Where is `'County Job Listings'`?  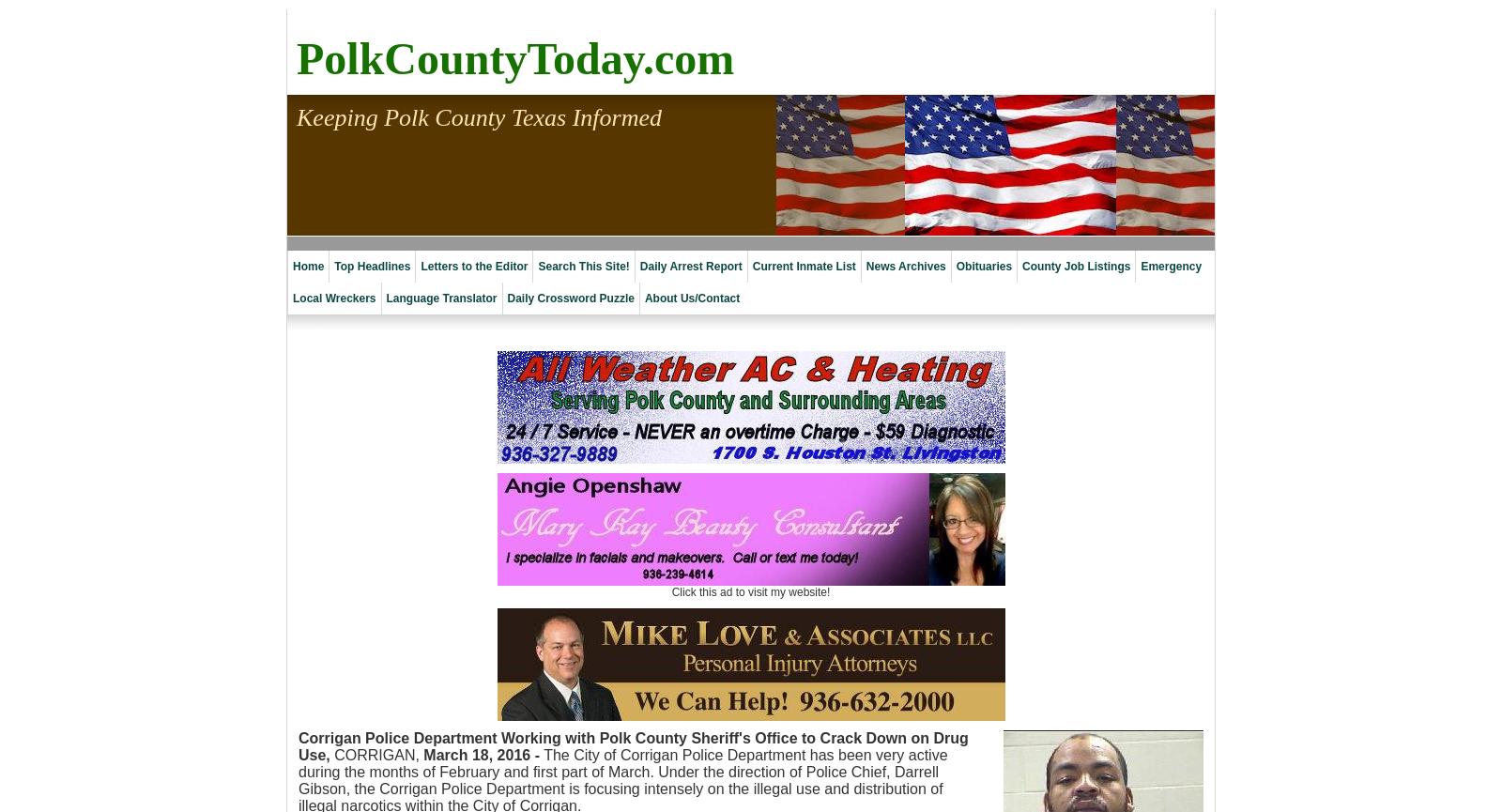 'County Job Listings' is located at coordinates (1021, 265).